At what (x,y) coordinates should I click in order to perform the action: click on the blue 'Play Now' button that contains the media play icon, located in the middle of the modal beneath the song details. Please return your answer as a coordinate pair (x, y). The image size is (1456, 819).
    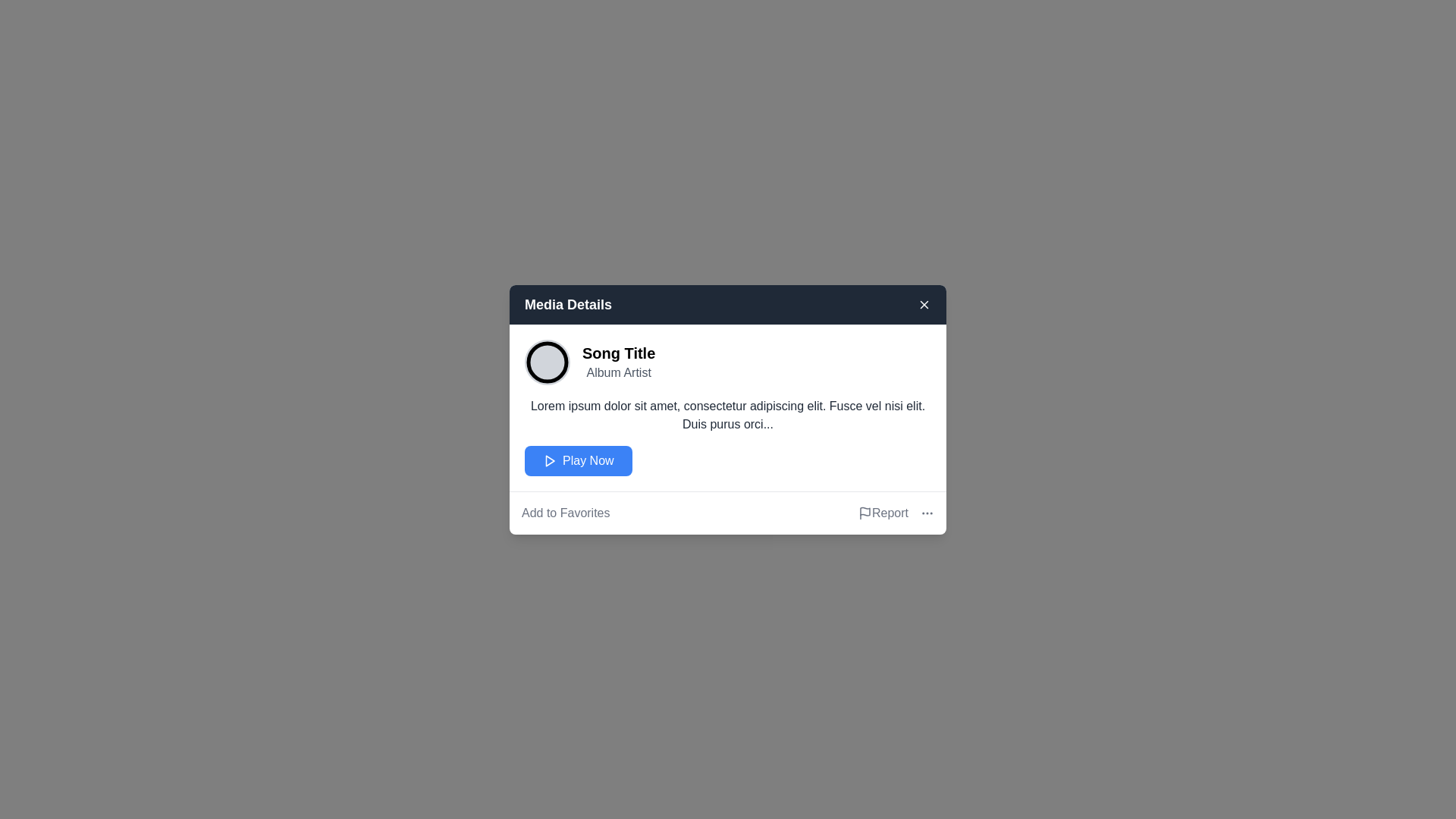
    Looking at the image, I should click on (548, 460).